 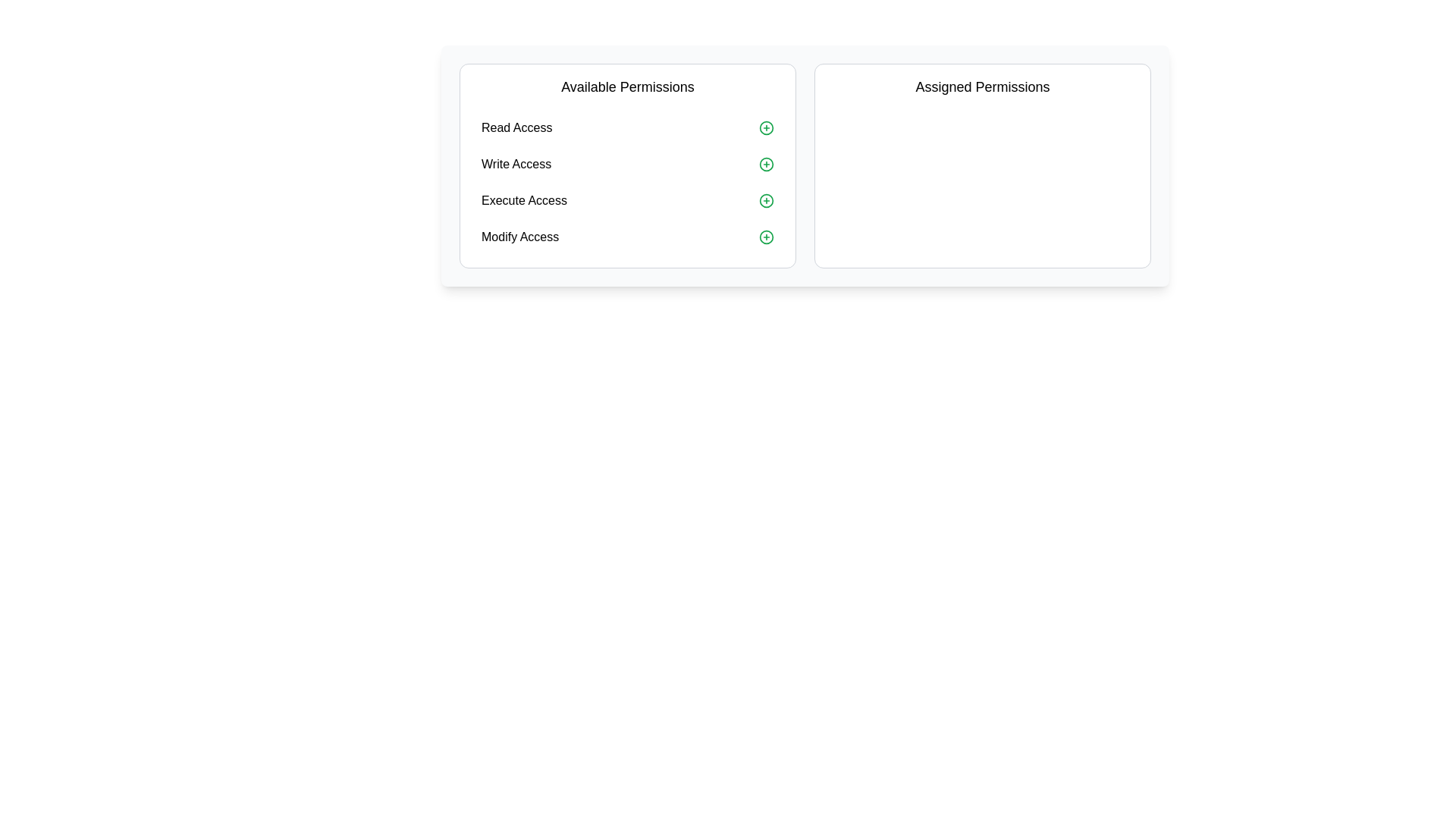 I want to click on '+' icon next to the permission labeled 'Read Access' in the 'Available Permissions' list, so click(x=767, y=127).